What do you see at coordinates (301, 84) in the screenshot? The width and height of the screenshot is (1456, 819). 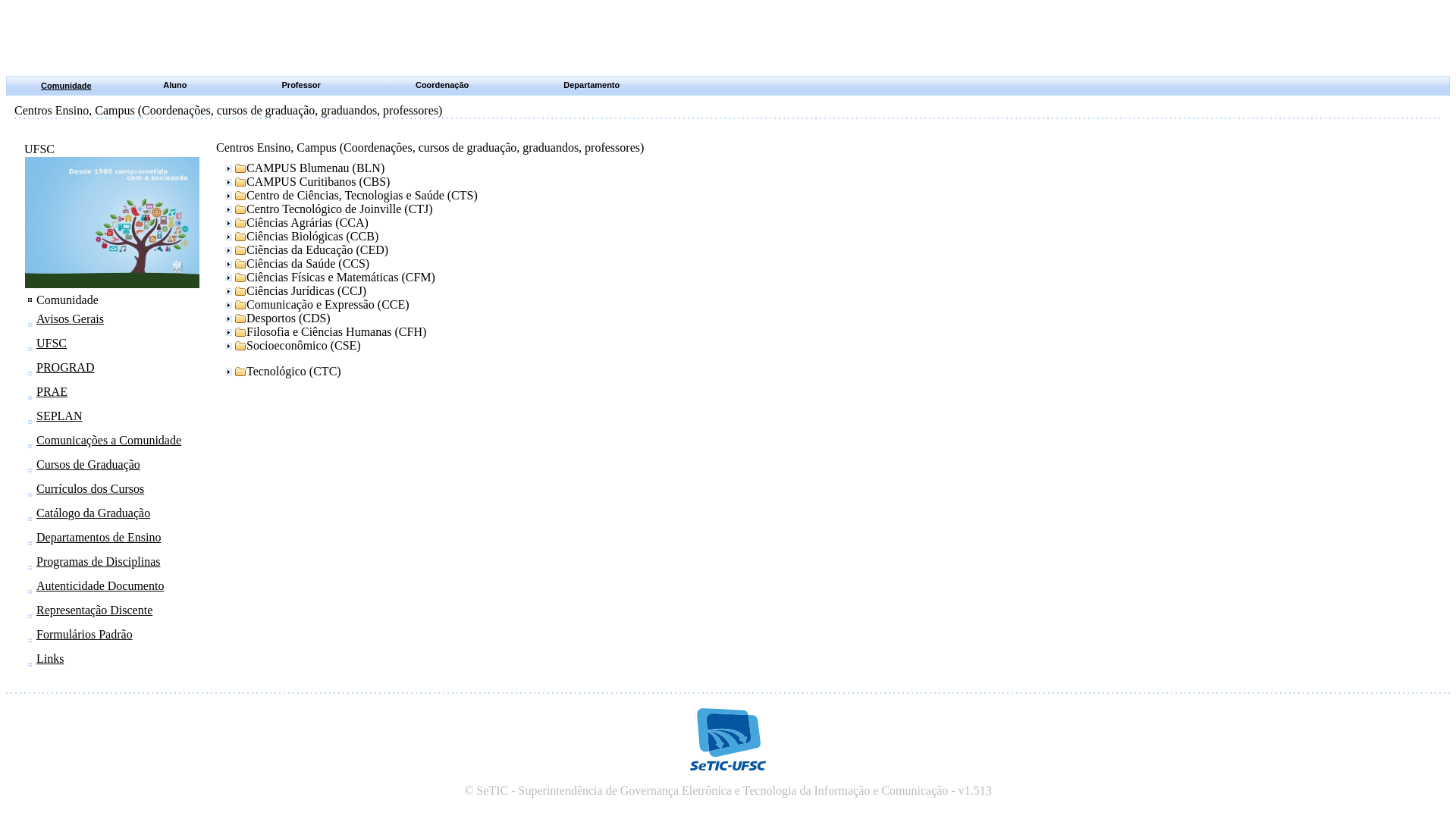 I see `'Professor'` at bounding box center [301, 84].